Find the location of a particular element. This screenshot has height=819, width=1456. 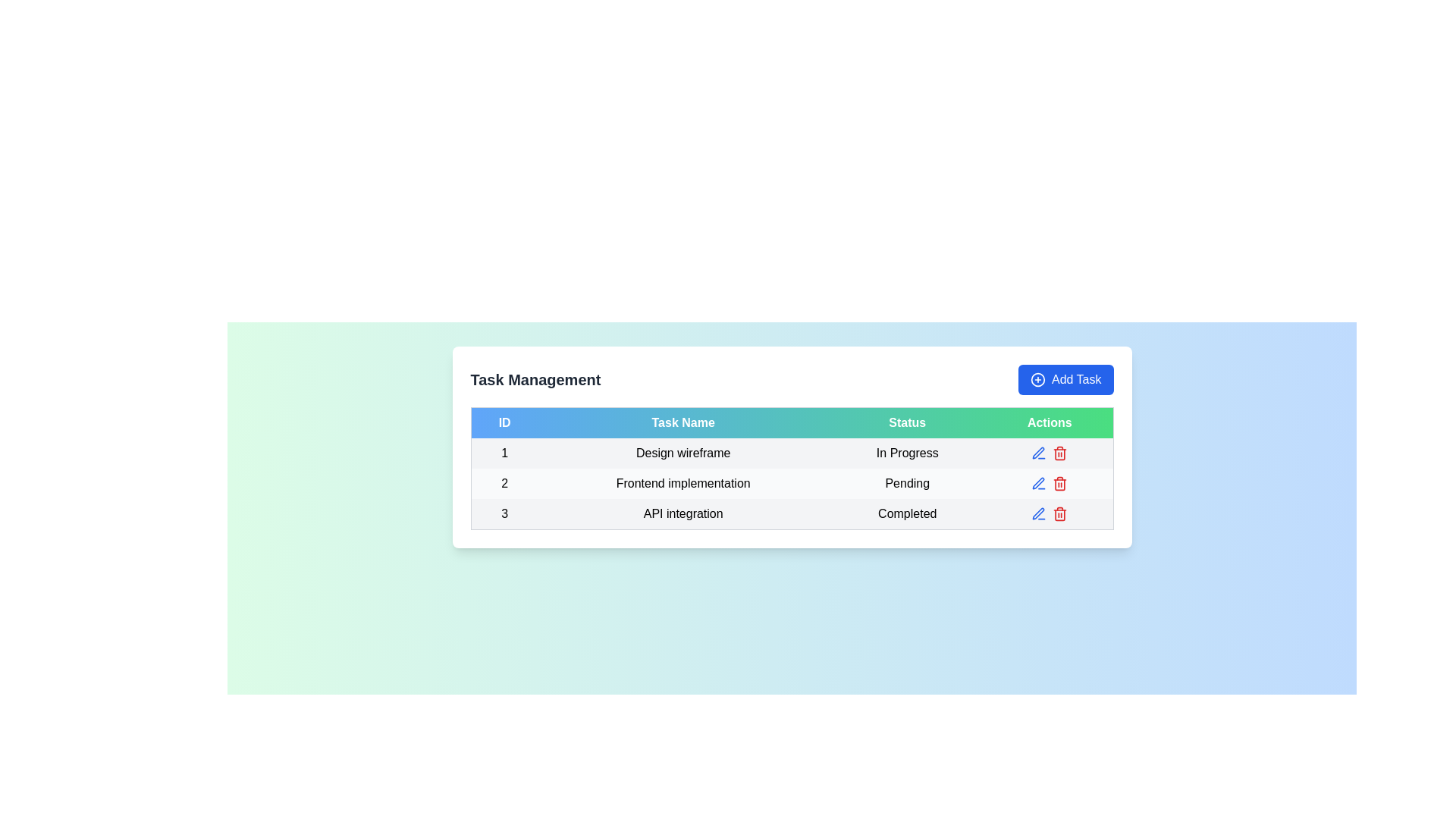

the 'Status' table column header, which is the third column header with a green background and white text is located at coordinates (907, 422).